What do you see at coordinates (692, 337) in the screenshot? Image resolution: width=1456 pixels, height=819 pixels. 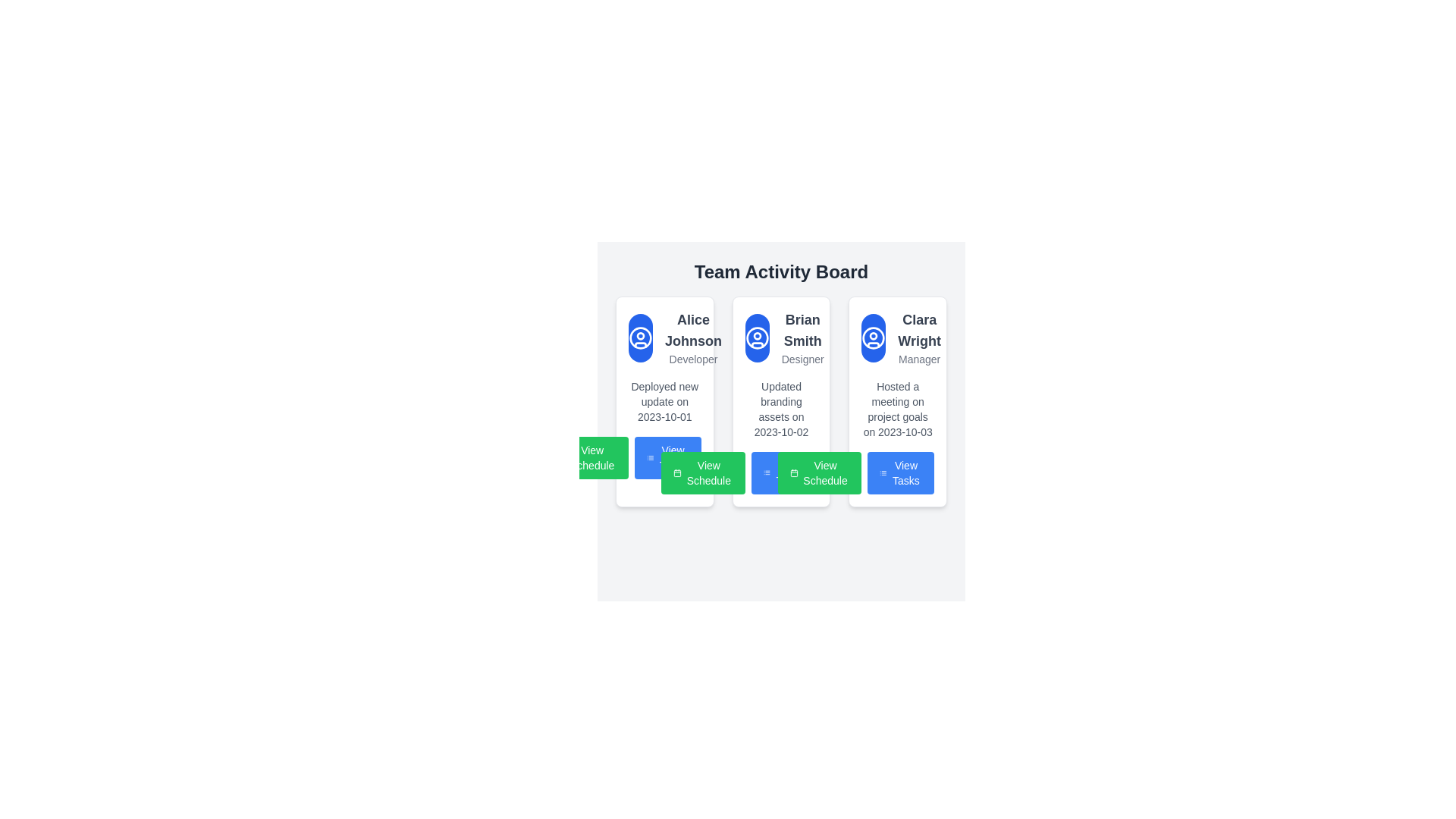 I see `the text block displaying the name and title of a team member, located in the first card at the top-left corner of the card structure, to the right of a blue circular icon` at bounding box center [692, 337].